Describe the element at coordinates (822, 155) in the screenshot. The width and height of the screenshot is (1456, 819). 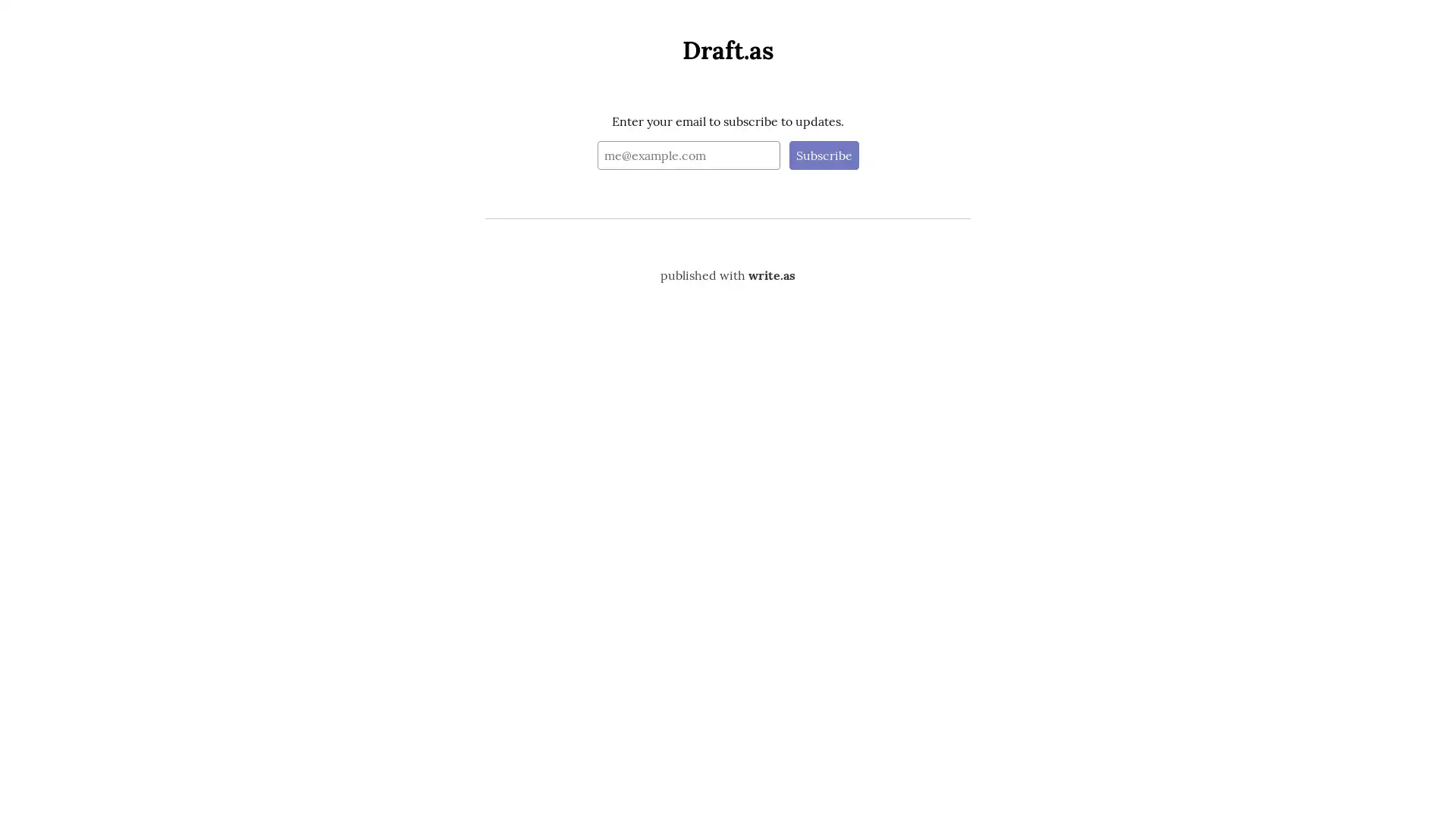
I see `Subscribe` at that location.